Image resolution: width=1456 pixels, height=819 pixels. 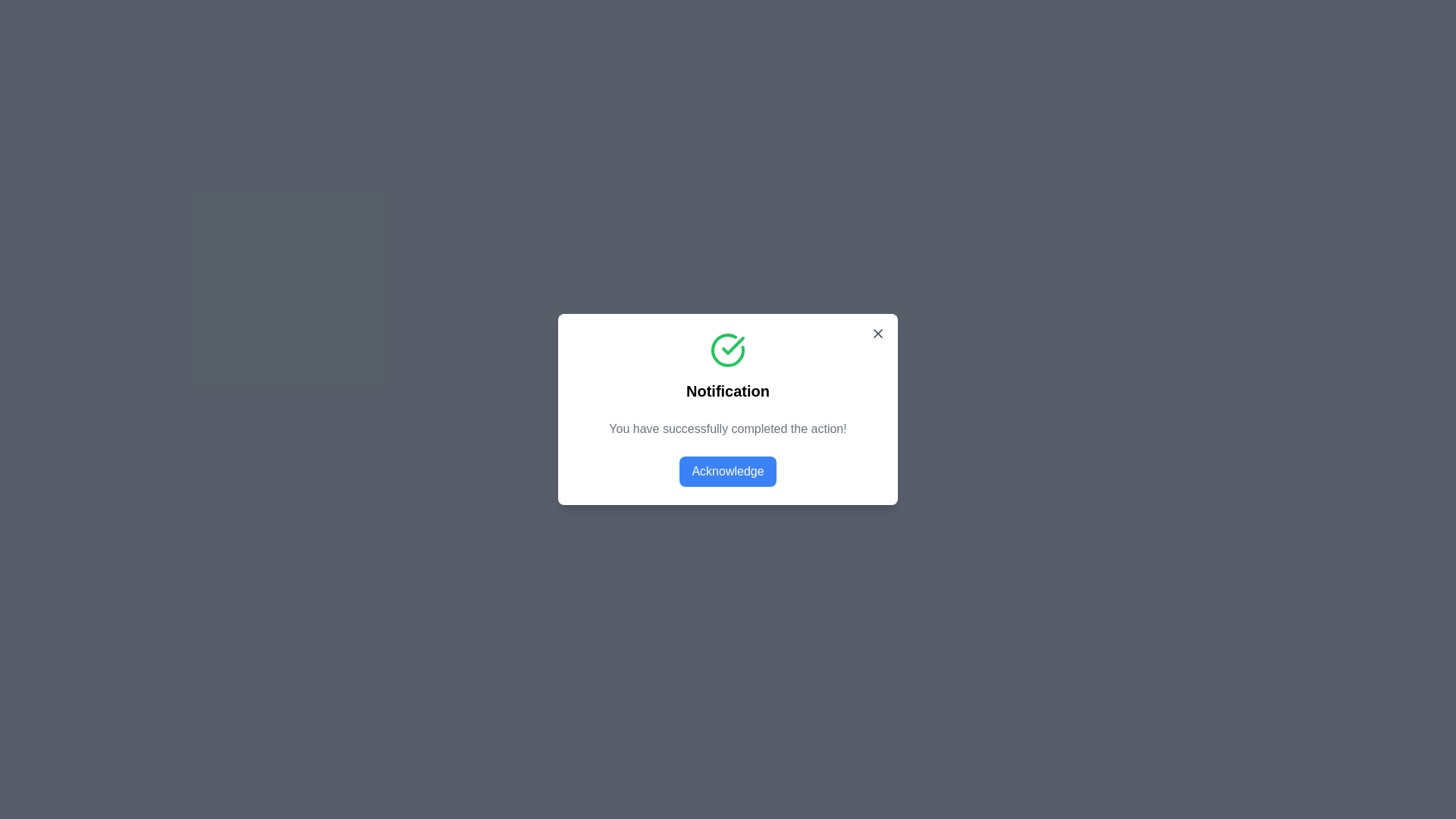 I want to click on the rectangular blue button with white text reading 'Acknowledge' located at the bottom of the modal window to acknowledge the action, so click(x=728, y=470).